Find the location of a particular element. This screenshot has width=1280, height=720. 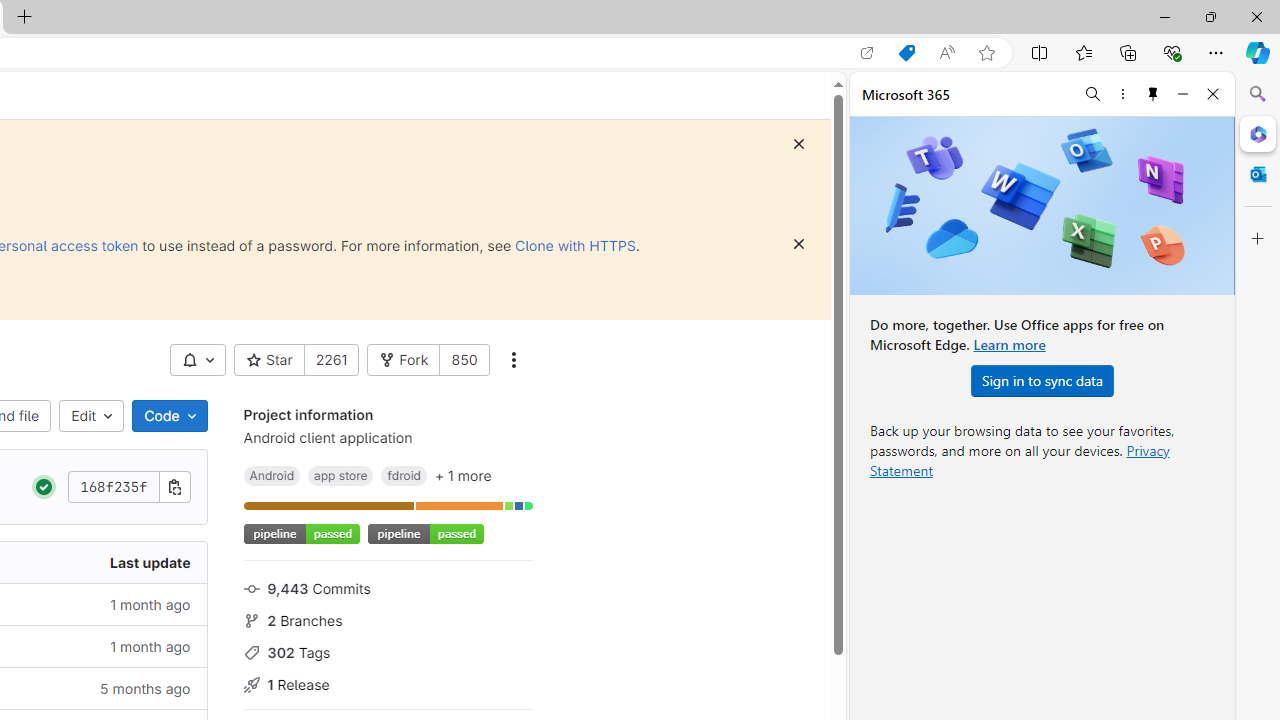

'fdroid' is located at coordinates (403, 475).